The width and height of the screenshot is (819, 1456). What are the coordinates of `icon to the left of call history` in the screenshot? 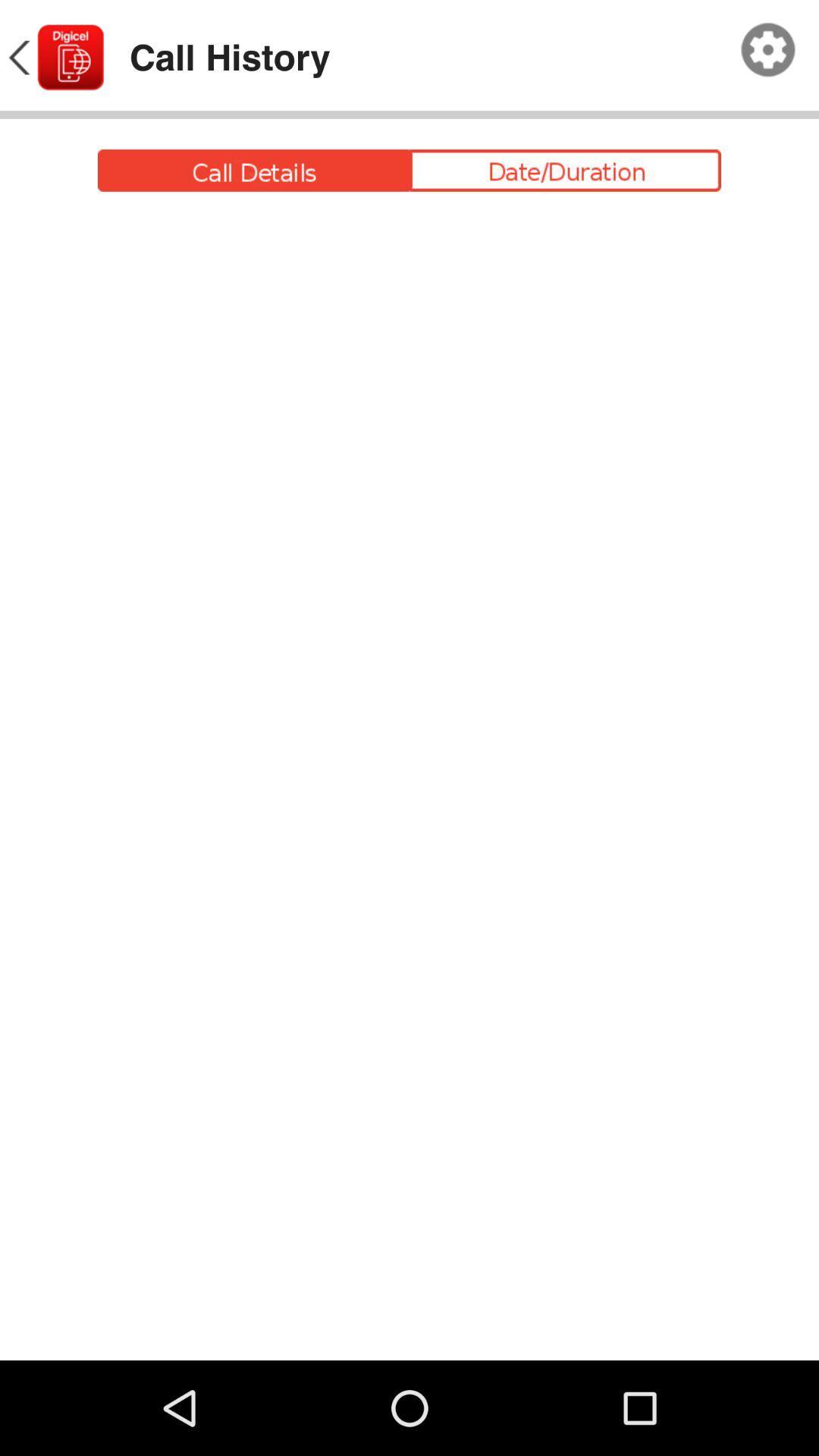 It's located at (54, 58).